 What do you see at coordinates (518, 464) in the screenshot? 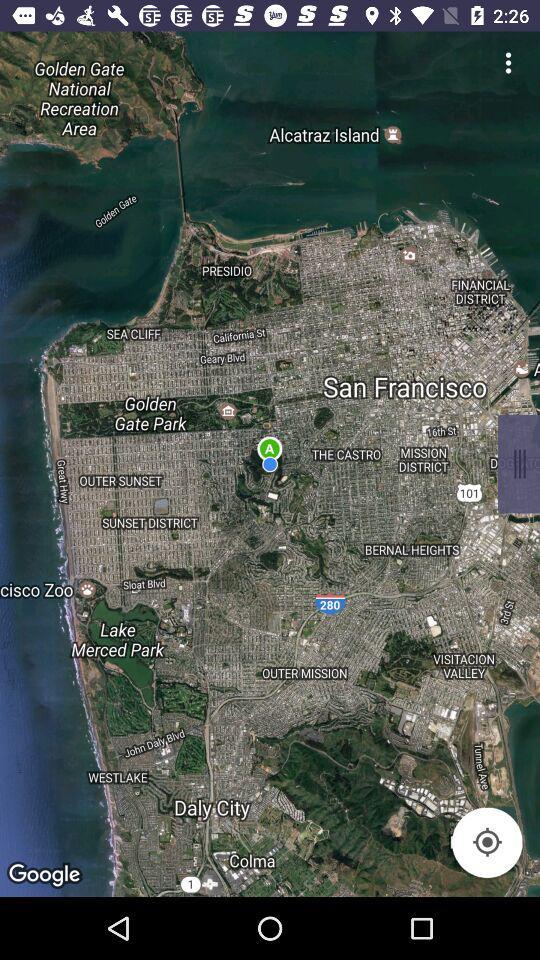
I see `sidebar` at bounding box center [518, 464].